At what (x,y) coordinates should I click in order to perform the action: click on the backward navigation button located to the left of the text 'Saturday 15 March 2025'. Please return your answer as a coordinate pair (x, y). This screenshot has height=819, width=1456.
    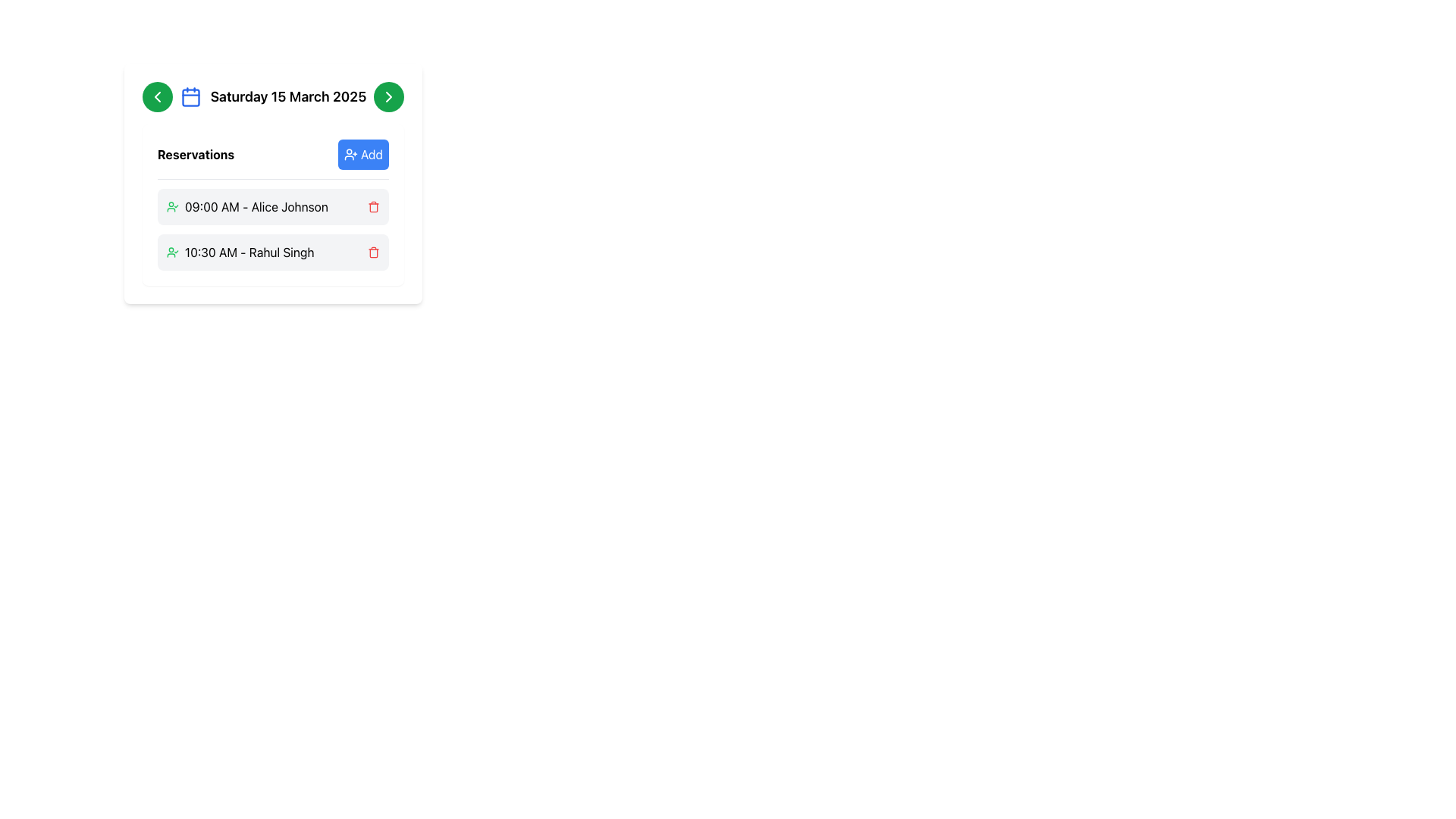
    Looking at the image, I should click on (157, 96).